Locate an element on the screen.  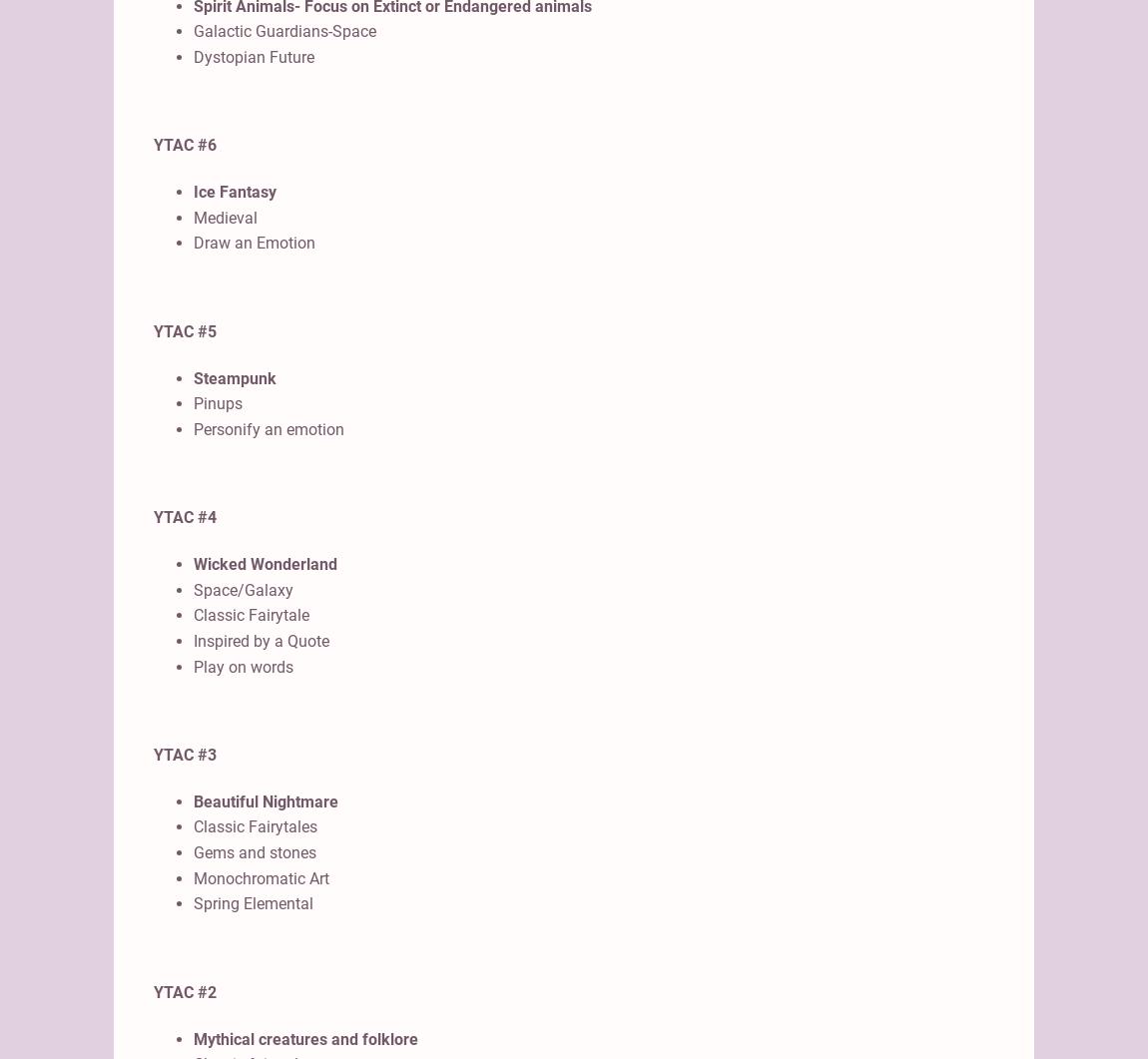
'Galactic Guardians-Space' is located at coordinates (193, 31).